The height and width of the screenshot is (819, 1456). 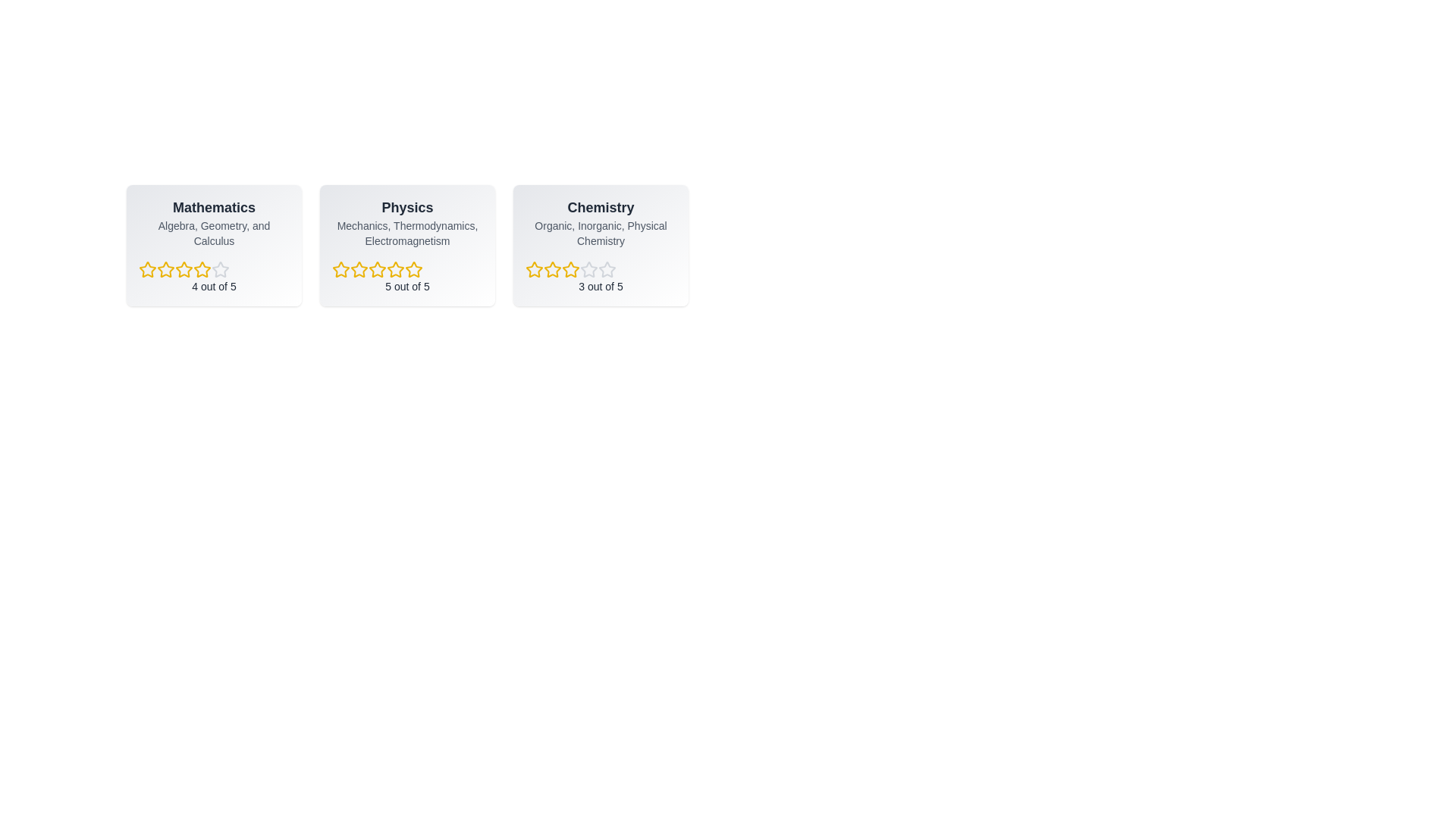 What do you see at coordinates (213, 245) in the screenshot?
I see `the Mathematics card to see the hover effect` at bounding box center [213, 245].